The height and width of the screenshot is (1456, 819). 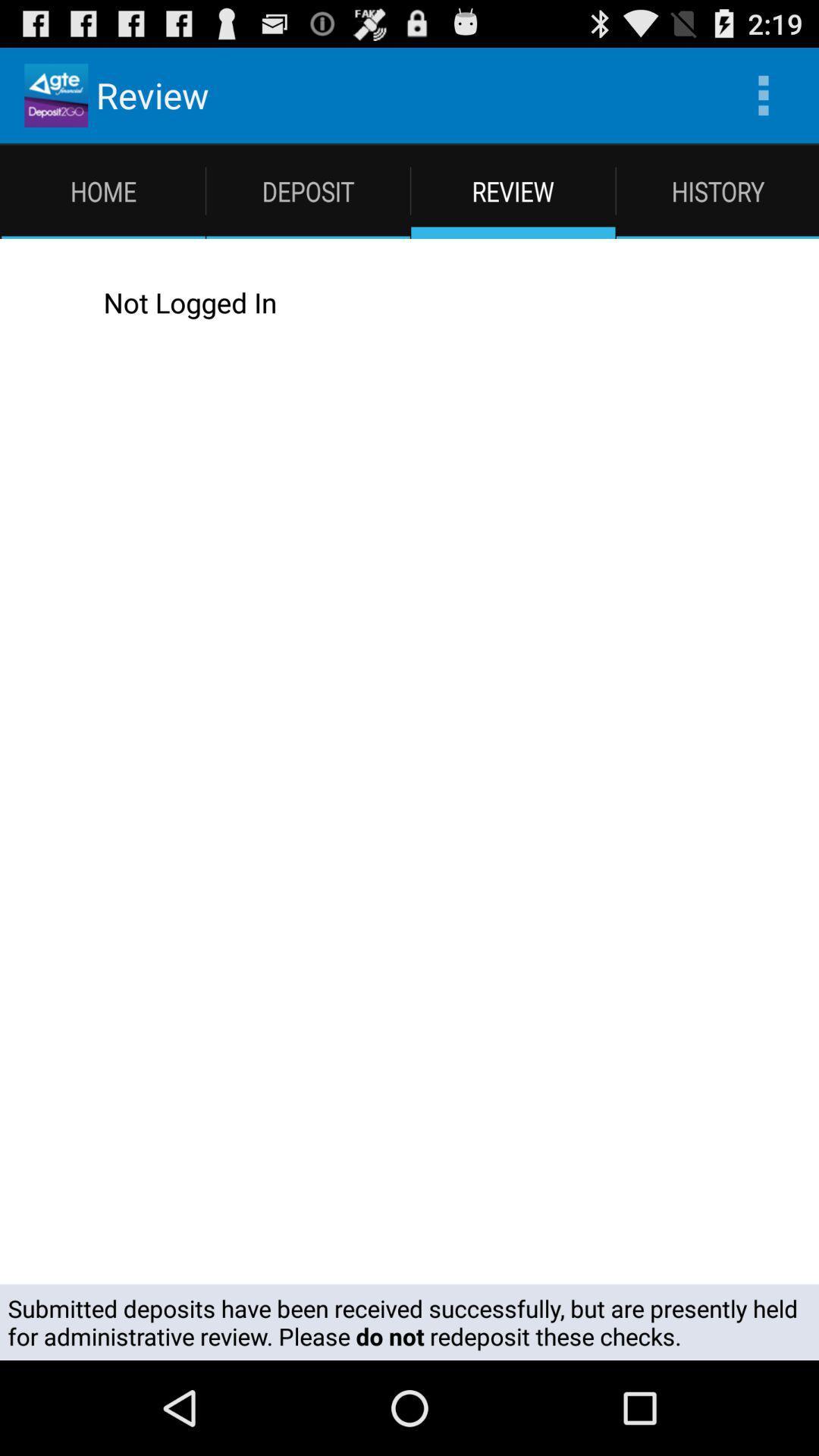 I want to click on the not logged in, so click(x=425, y=302).